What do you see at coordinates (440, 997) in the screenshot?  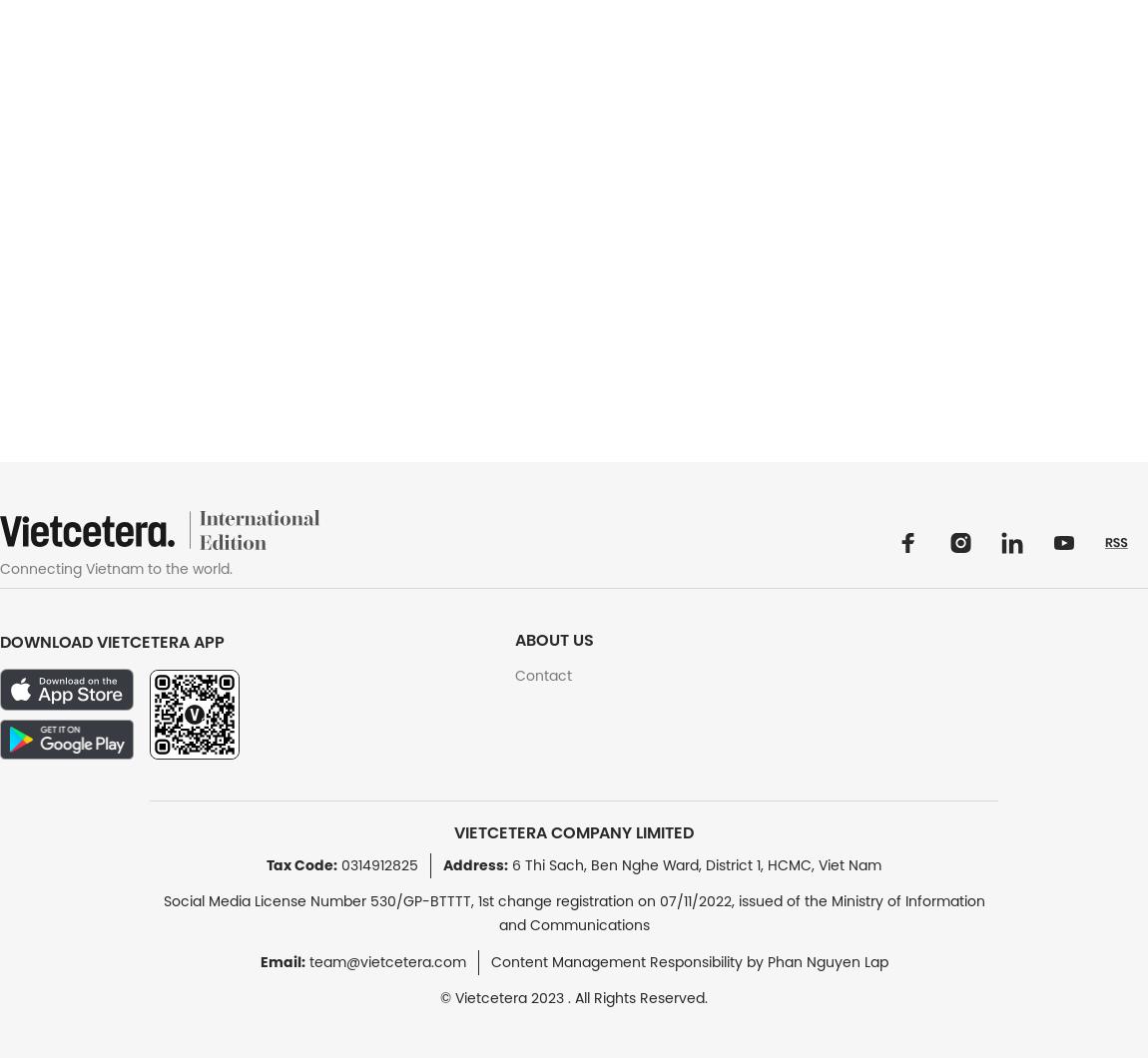 I see `'© Vietcetera 2023 . All Rights Reserved.'` at bounding box center [440, 997].